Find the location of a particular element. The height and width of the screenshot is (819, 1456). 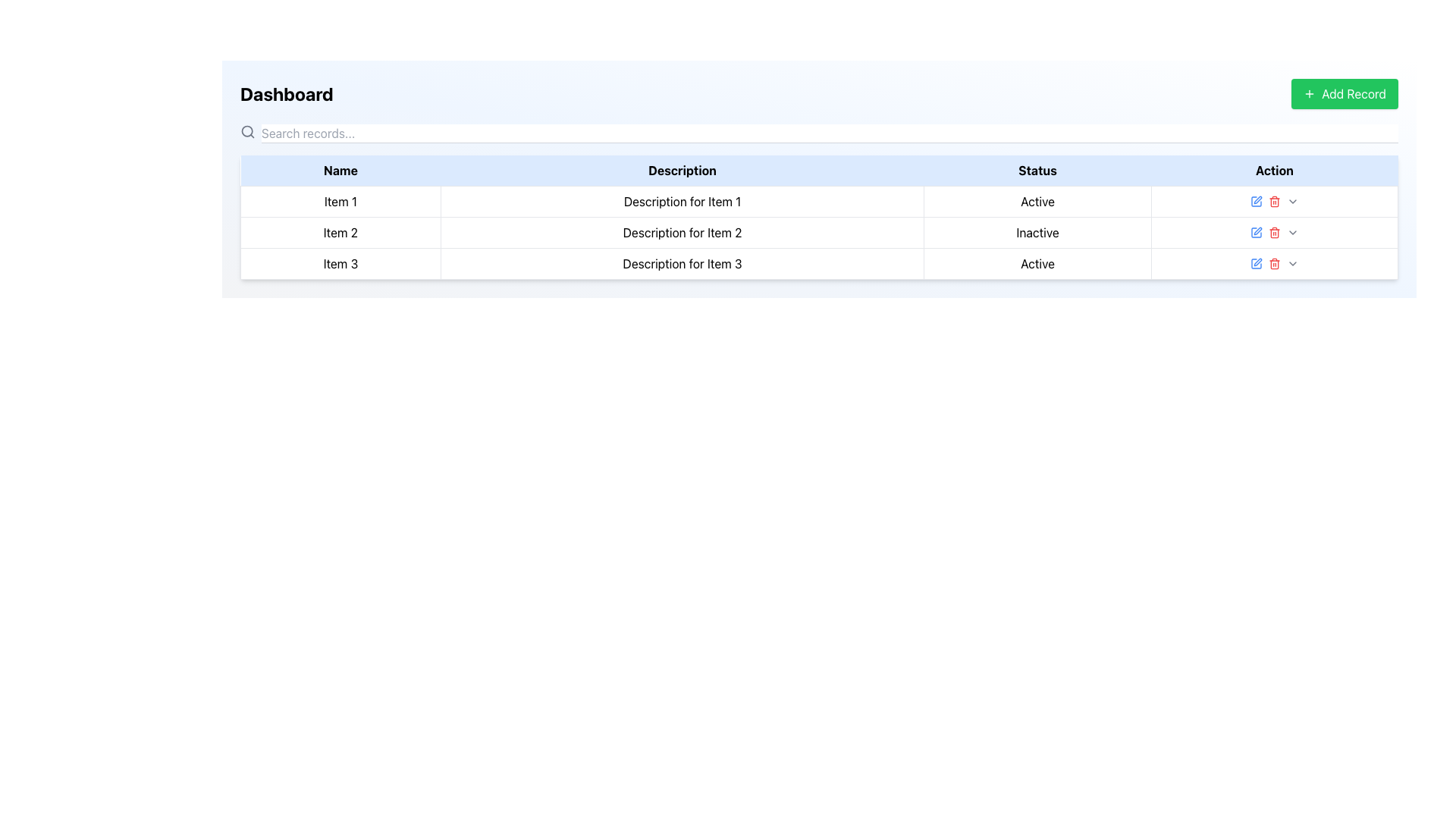

the interactive button represented by a pen icon in the first row of the 'Action' column to observe its color change, indicated by the styles 'text-blue-500' and 'hover:text-blue-700' is located at coordinates (1256, 201).